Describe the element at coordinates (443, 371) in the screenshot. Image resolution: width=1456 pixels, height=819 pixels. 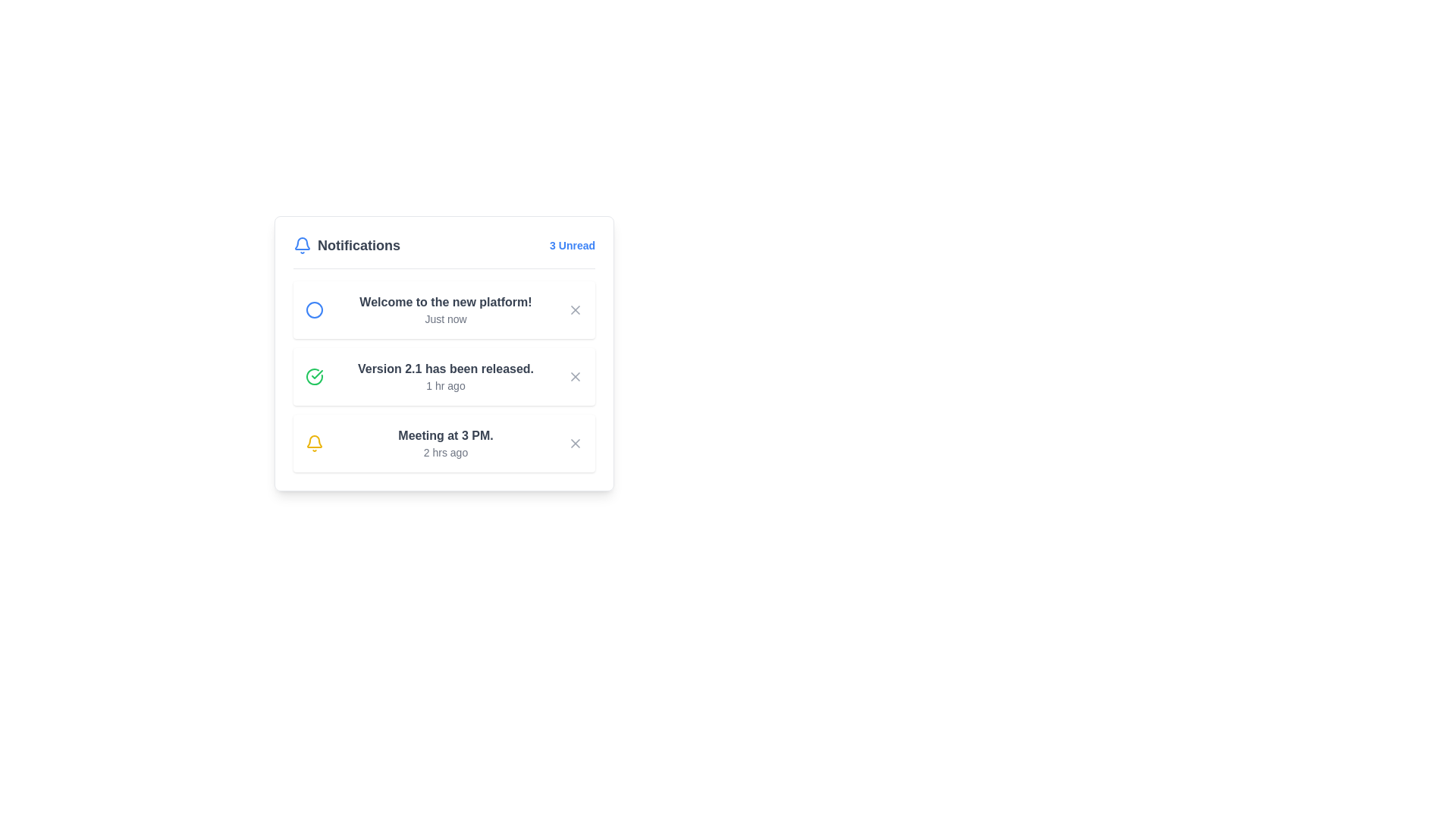
I see `information presented in the second notification list item located in the notification panel, situated below 'Welcome to the new platform!' and above 'Meeting at 3 PM.'` at that location.